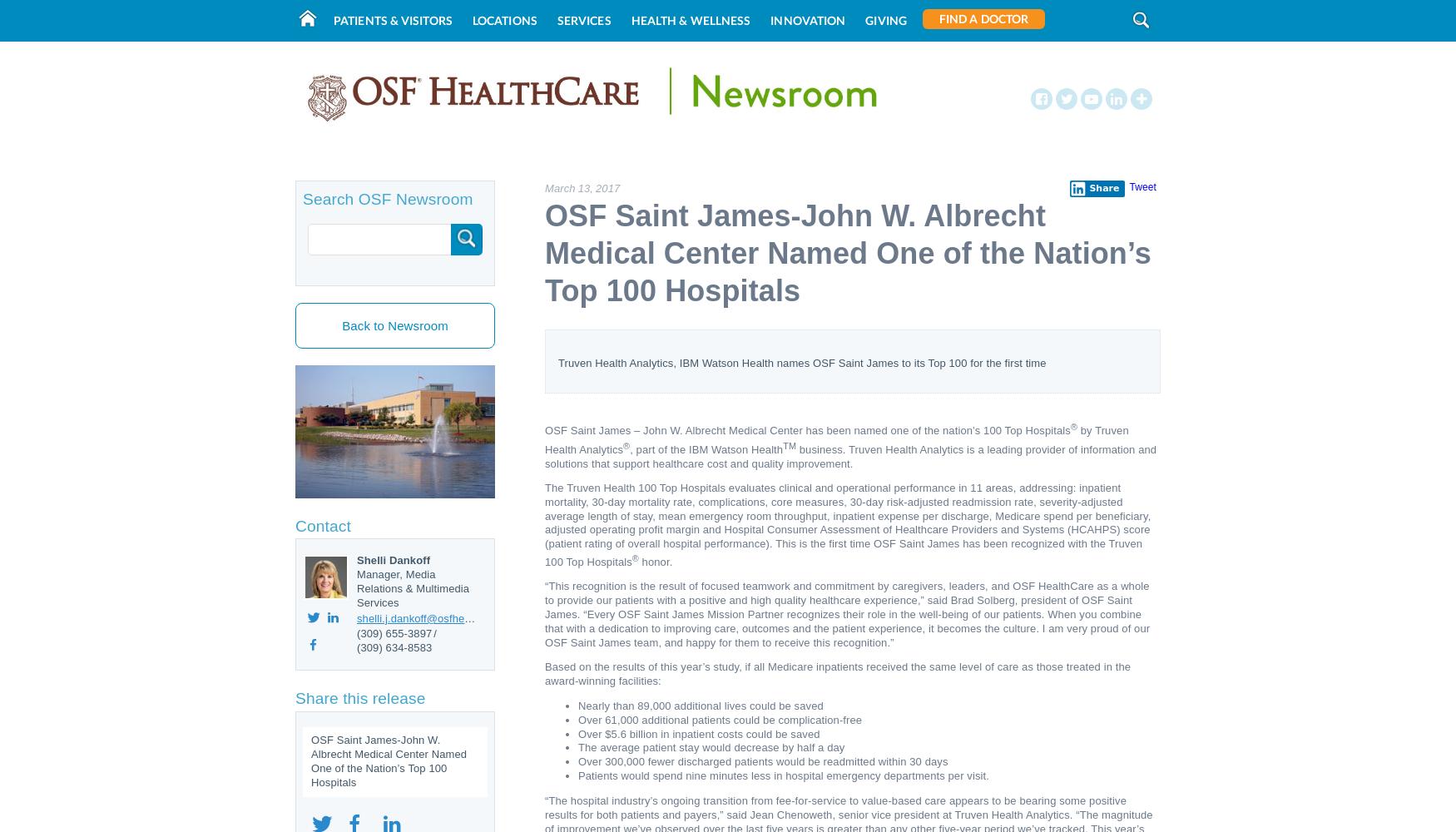  I want to click on '“This recognition is the result of focused teamwork and commitment by caregivers, leaders, and OSF HealthCare as a whole to provide our patients with a positive and high quality healthcare experience,” said Brad Solberg, president of OSF Saint James. “Every OSF Saint James Mission Partner recognizes their role in the well-being of our patients. When you combine that with a dedication to improving care, outcomes and the patient experience, it becomes the culture. I am very proud of our OSF Saint James team, and happy for them to receive this recognition.”', so click(846, 613).